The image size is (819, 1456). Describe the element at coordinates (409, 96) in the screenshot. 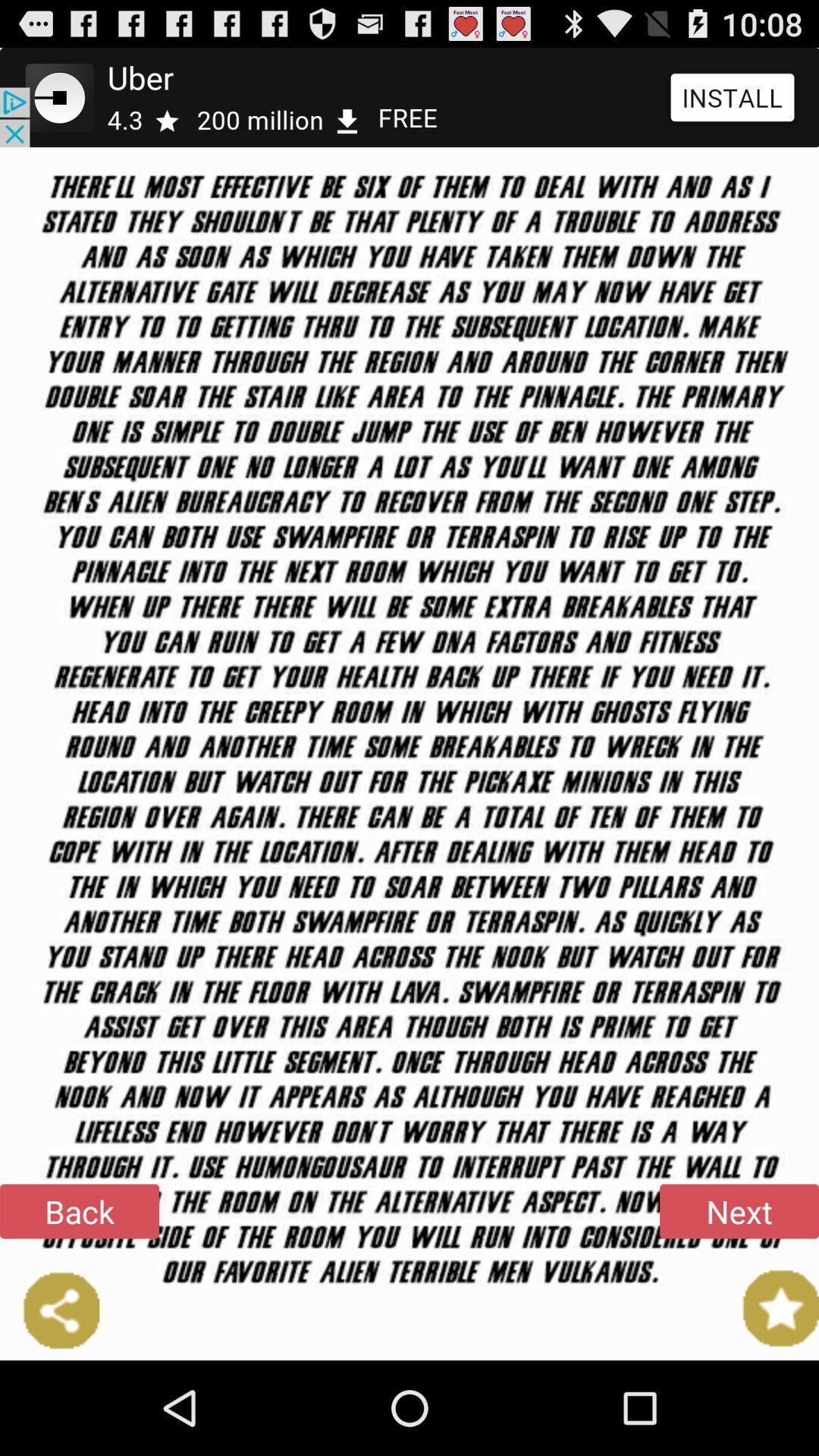

I see `the item at the top` at that location.